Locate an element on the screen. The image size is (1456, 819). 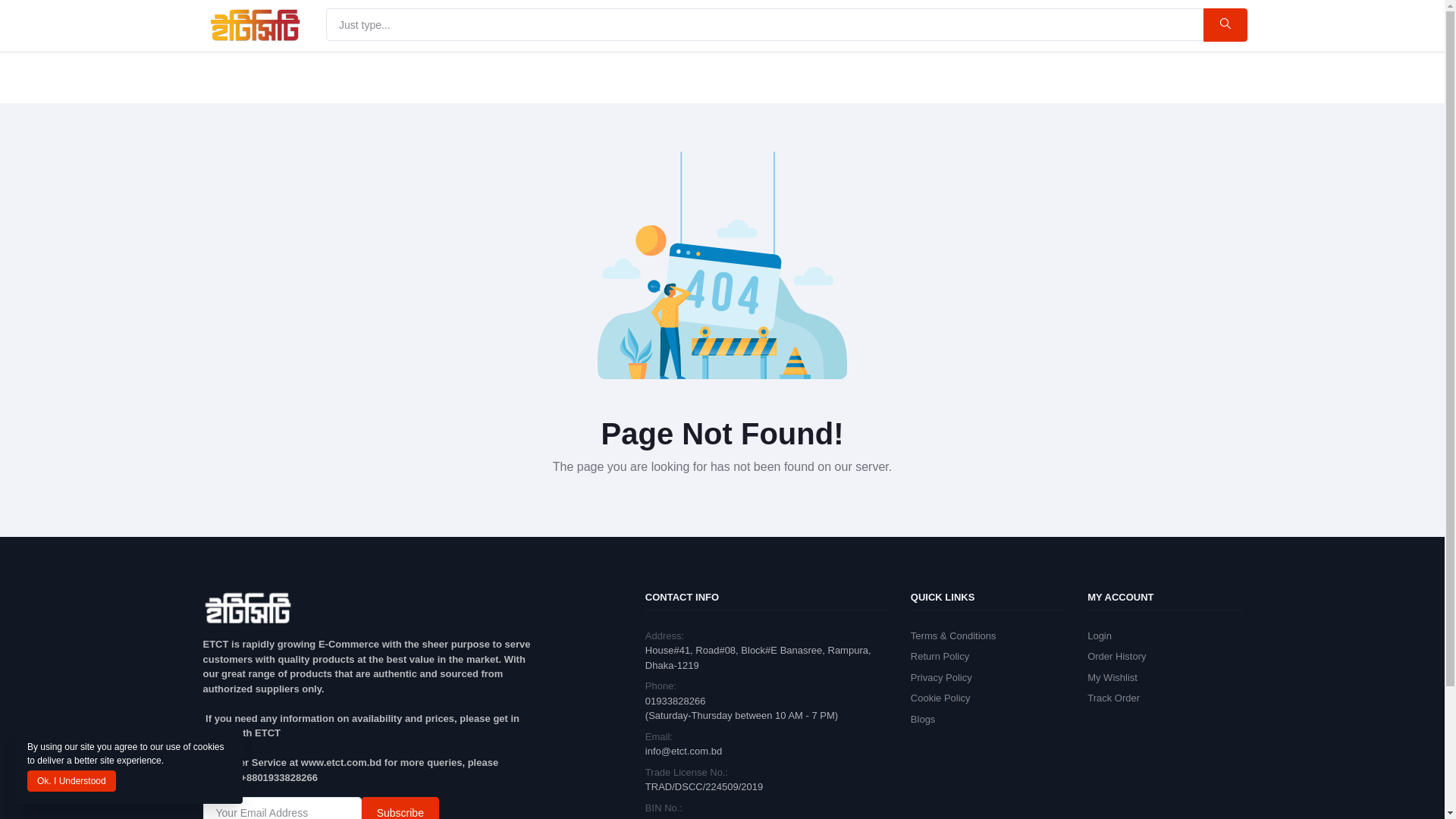
'Order History' is located at coordinates (1116, 655).